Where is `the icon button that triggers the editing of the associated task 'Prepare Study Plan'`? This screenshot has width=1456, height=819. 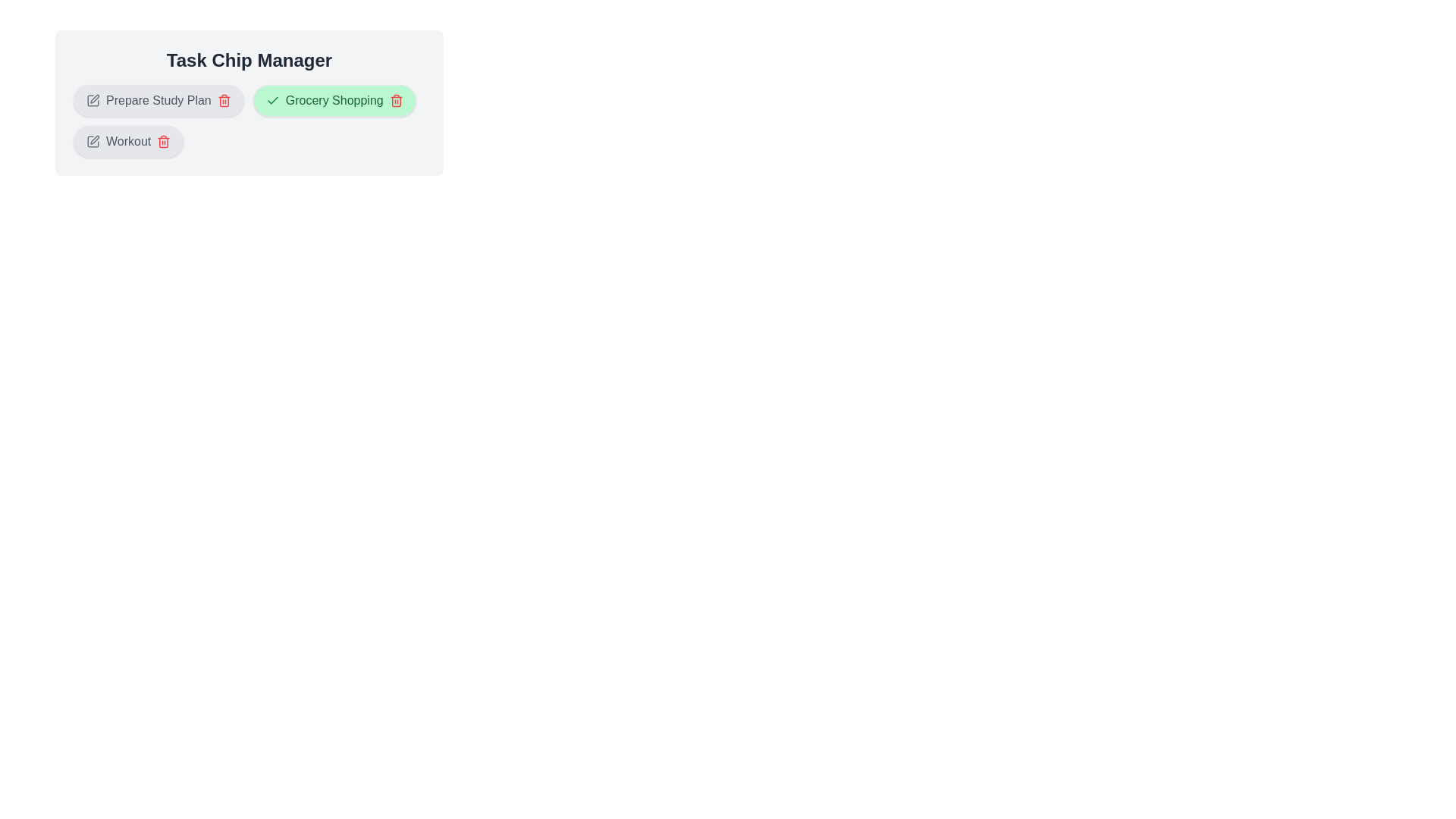 the icon button that triggers the editing of the associated task 'Prepare Study Plan' is located at coordinates (93, 100).